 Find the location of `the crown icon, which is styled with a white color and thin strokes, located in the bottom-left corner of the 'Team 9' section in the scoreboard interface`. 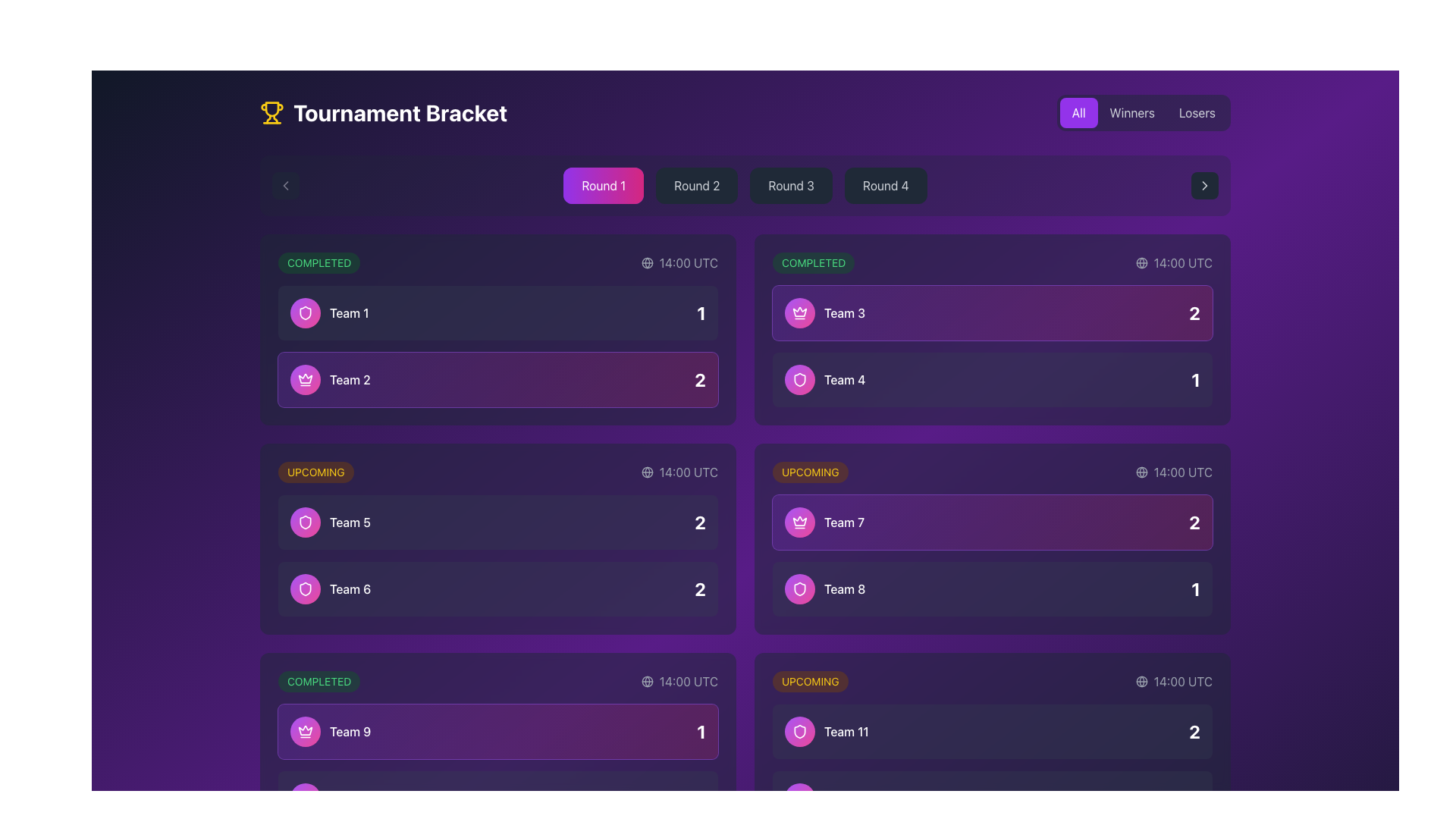

the crown icon, which is styled with a white color and thin strokes, located in the bottom-left corner of the 'Team 9' section in the scoreboard interface is located at coordinates (305, 378).